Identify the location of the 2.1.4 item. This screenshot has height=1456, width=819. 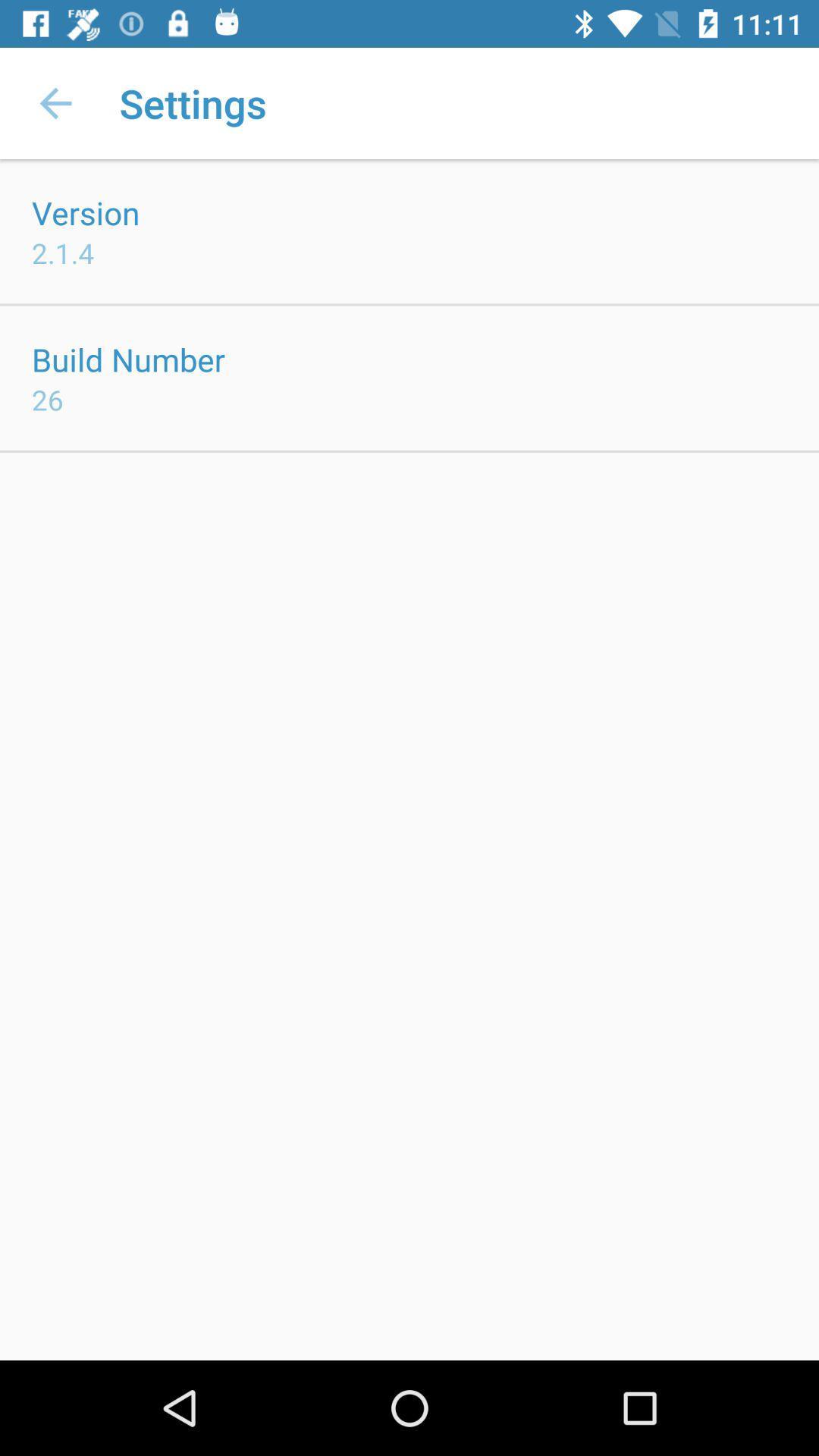
(62, 253).